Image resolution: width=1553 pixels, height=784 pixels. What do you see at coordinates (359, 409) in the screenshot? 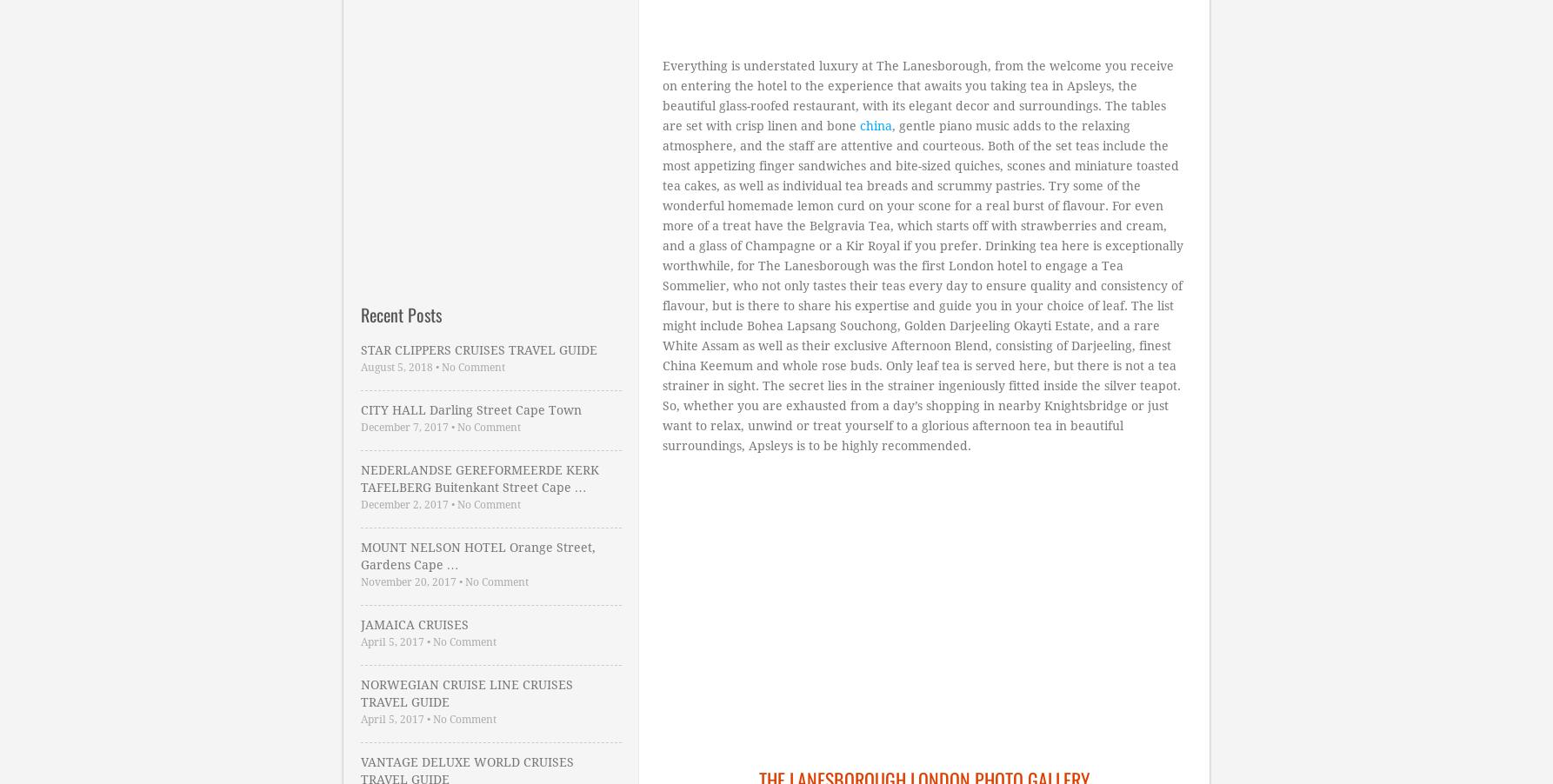
I see `'CITY HALL Darling Street Cape Town'` at bounding box center [359, 409].